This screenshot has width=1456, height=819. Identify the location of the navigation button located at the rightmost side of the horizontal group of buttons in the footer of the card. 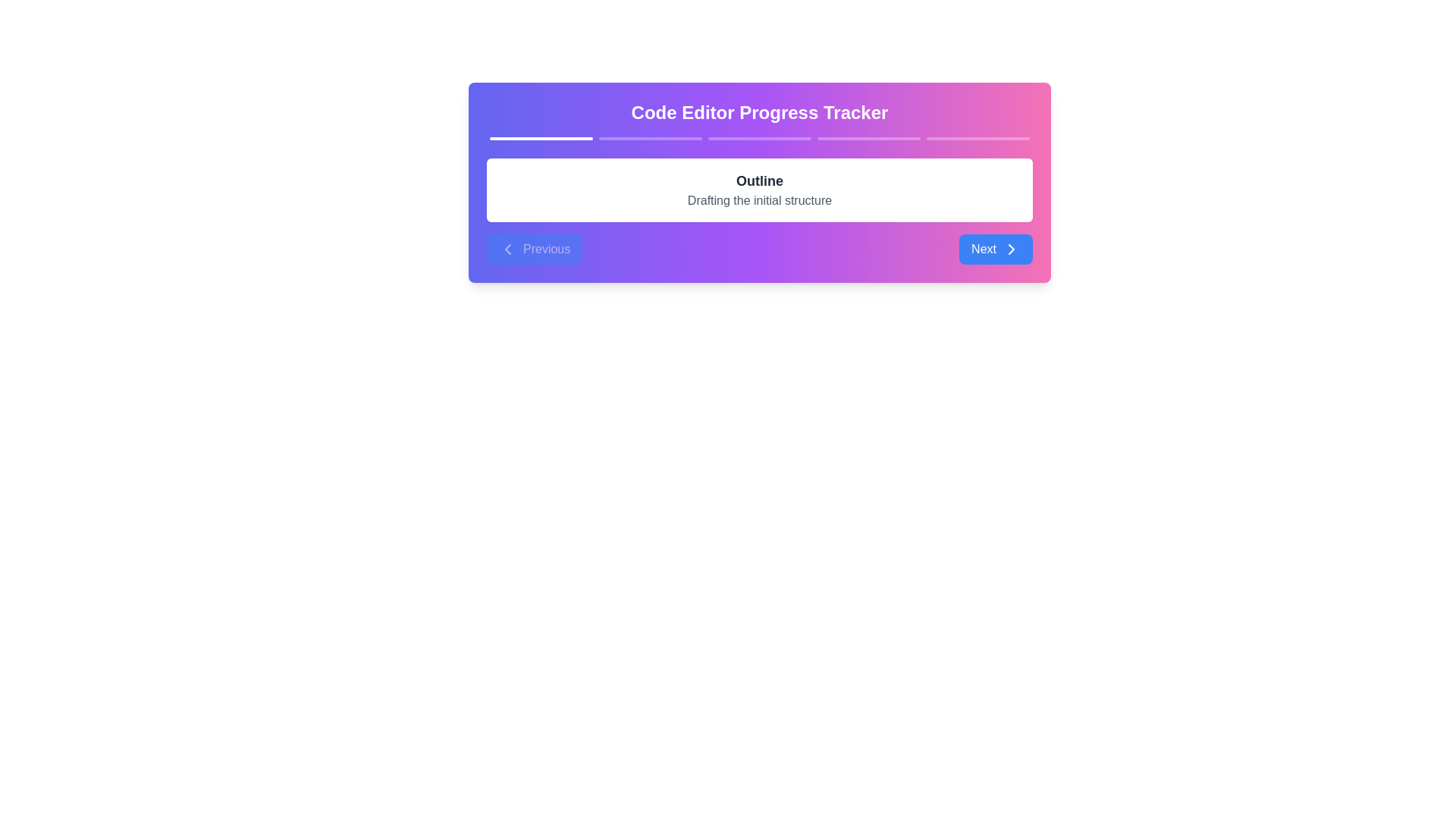
(996, 248).